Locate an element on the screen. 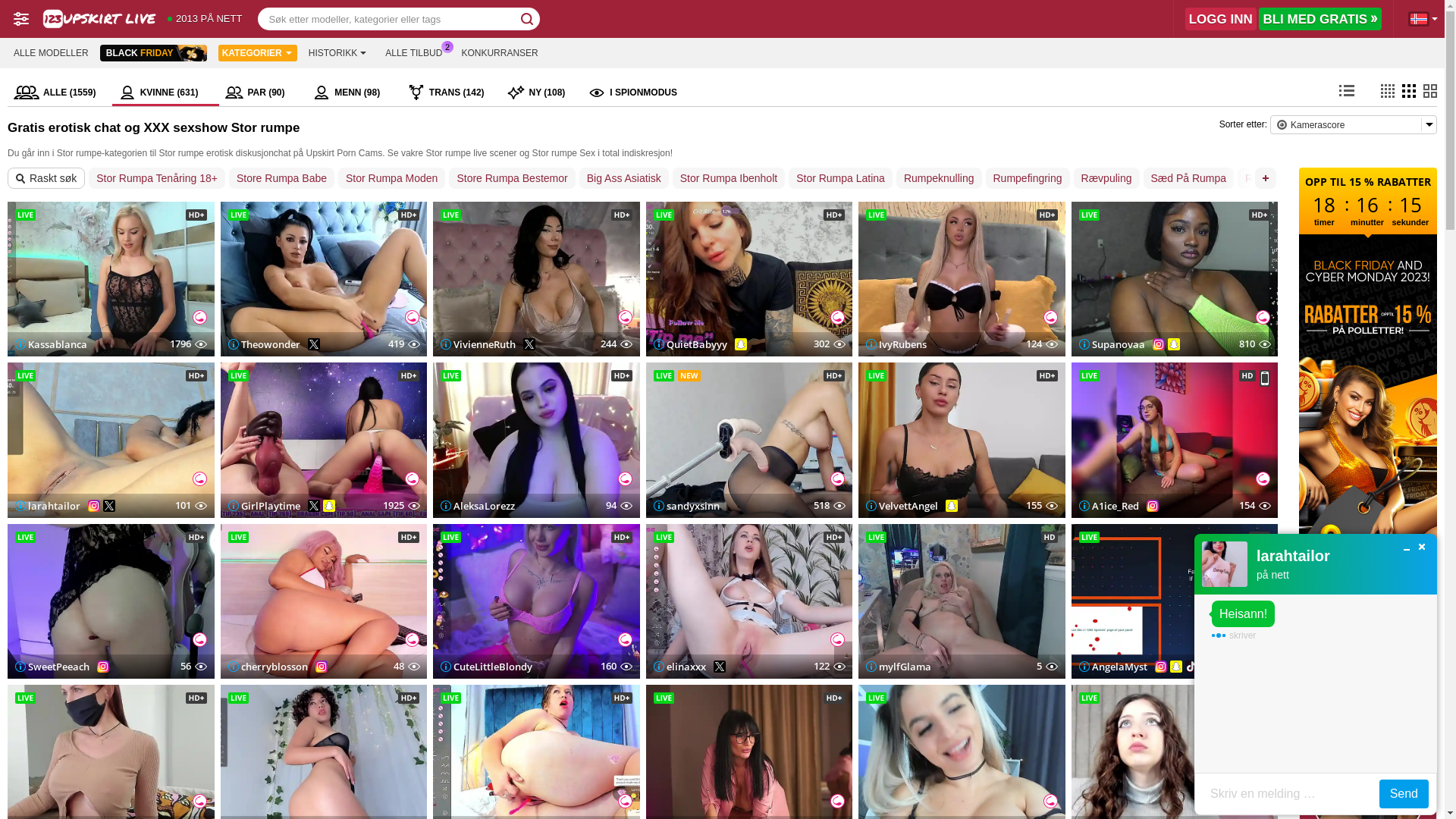  'MENN (98)' is located at coordinates (353, 93).